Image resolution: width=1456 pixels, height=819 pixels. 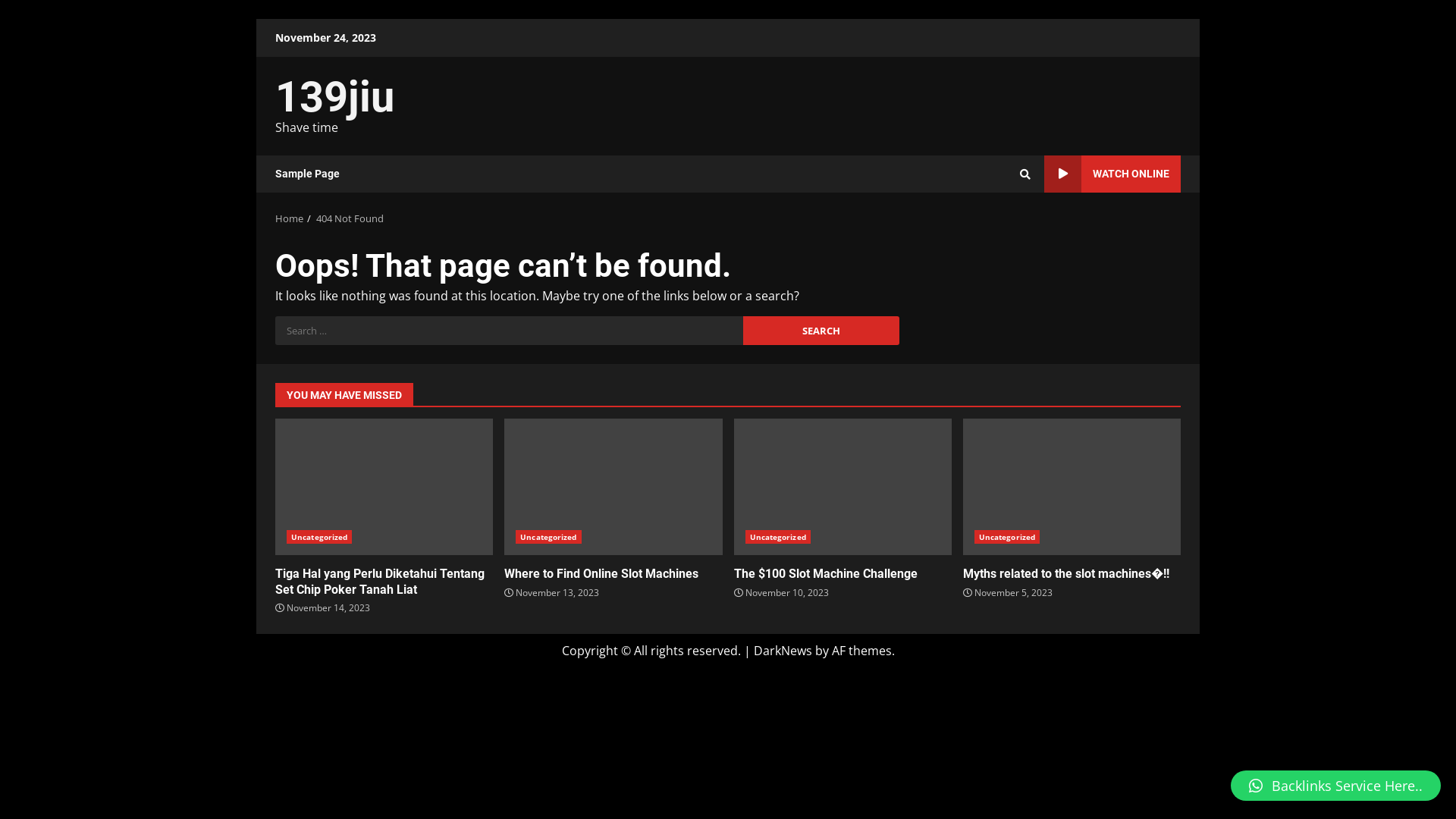 I want to click on 'The $100 Slot Machine Challenge', so click(x=825, y=573).